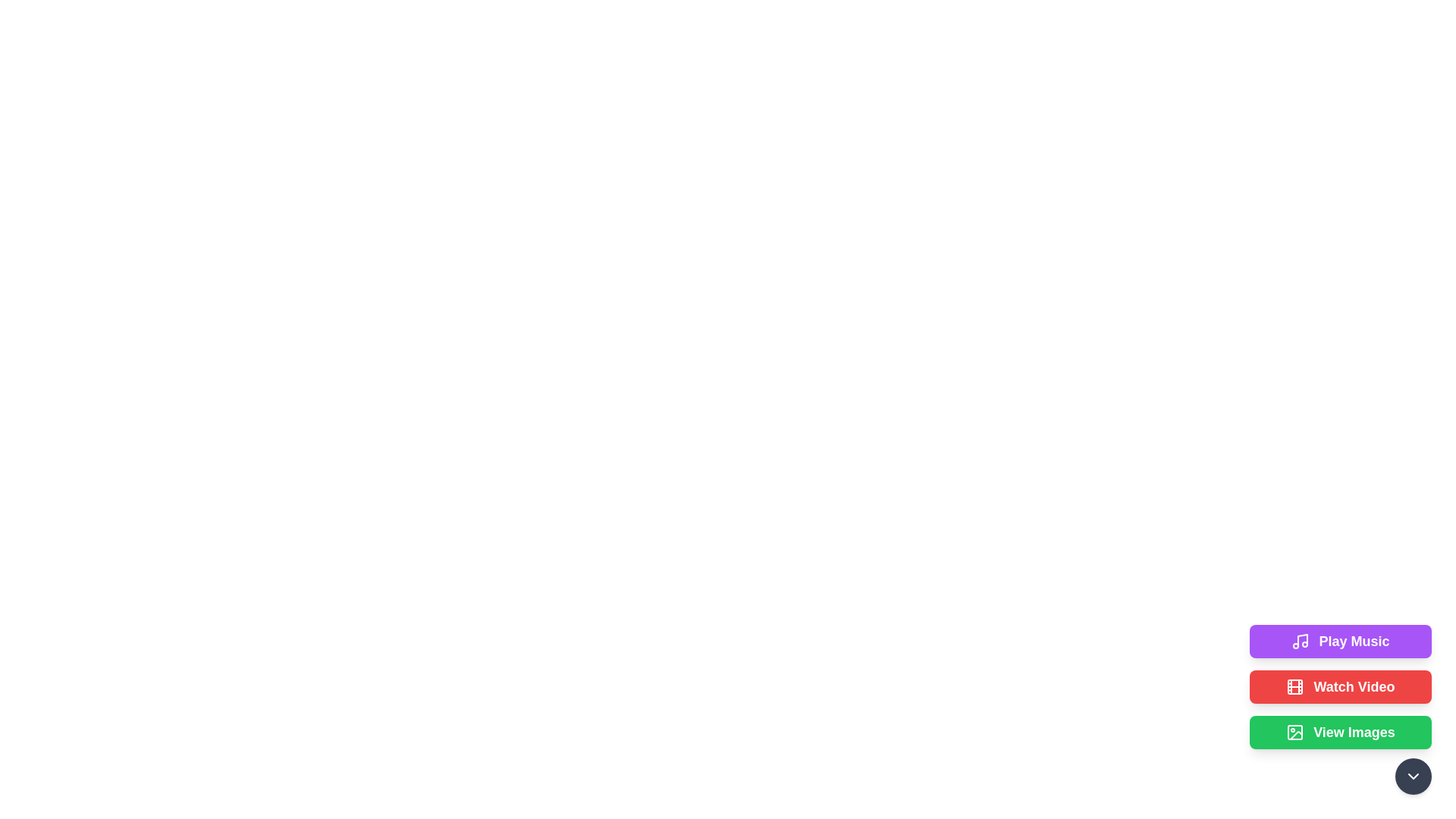 The height and width of the screenshot is (819, 1456). What do you see at coordinates (1340, 687) in the screenshot?
I see `the button labeled Watch Video` at bounding box center [1340, 687].